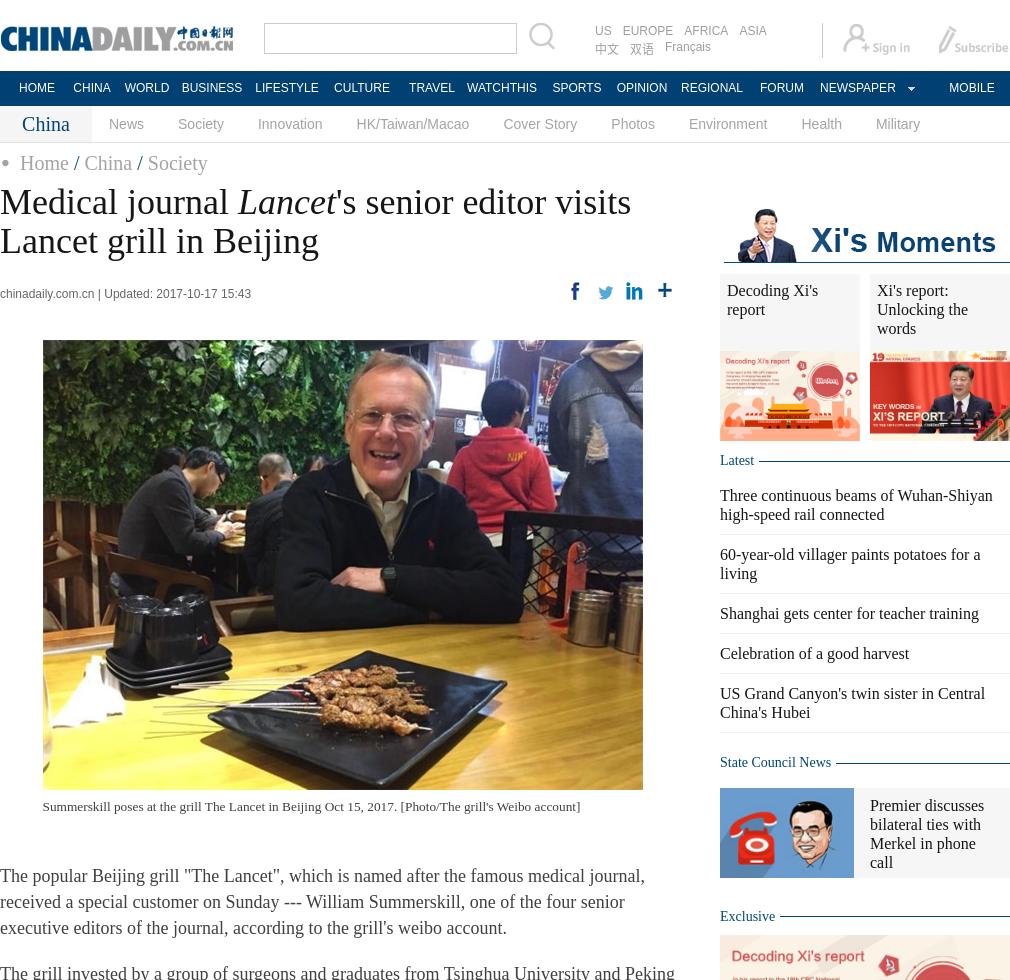  I want to click on 'HOME', so click(17, 88).